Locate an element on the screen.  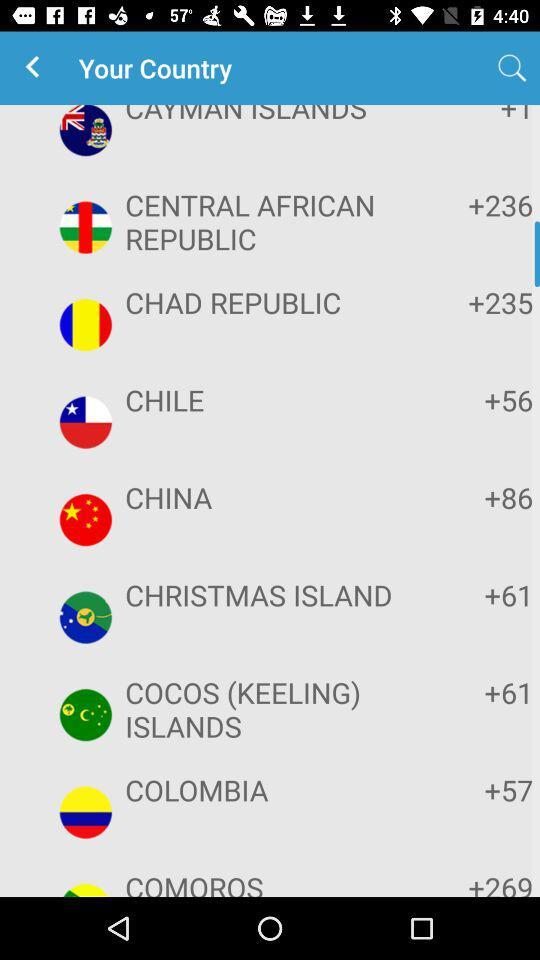
item above the chad republic app is located at coordinates (471, 204).